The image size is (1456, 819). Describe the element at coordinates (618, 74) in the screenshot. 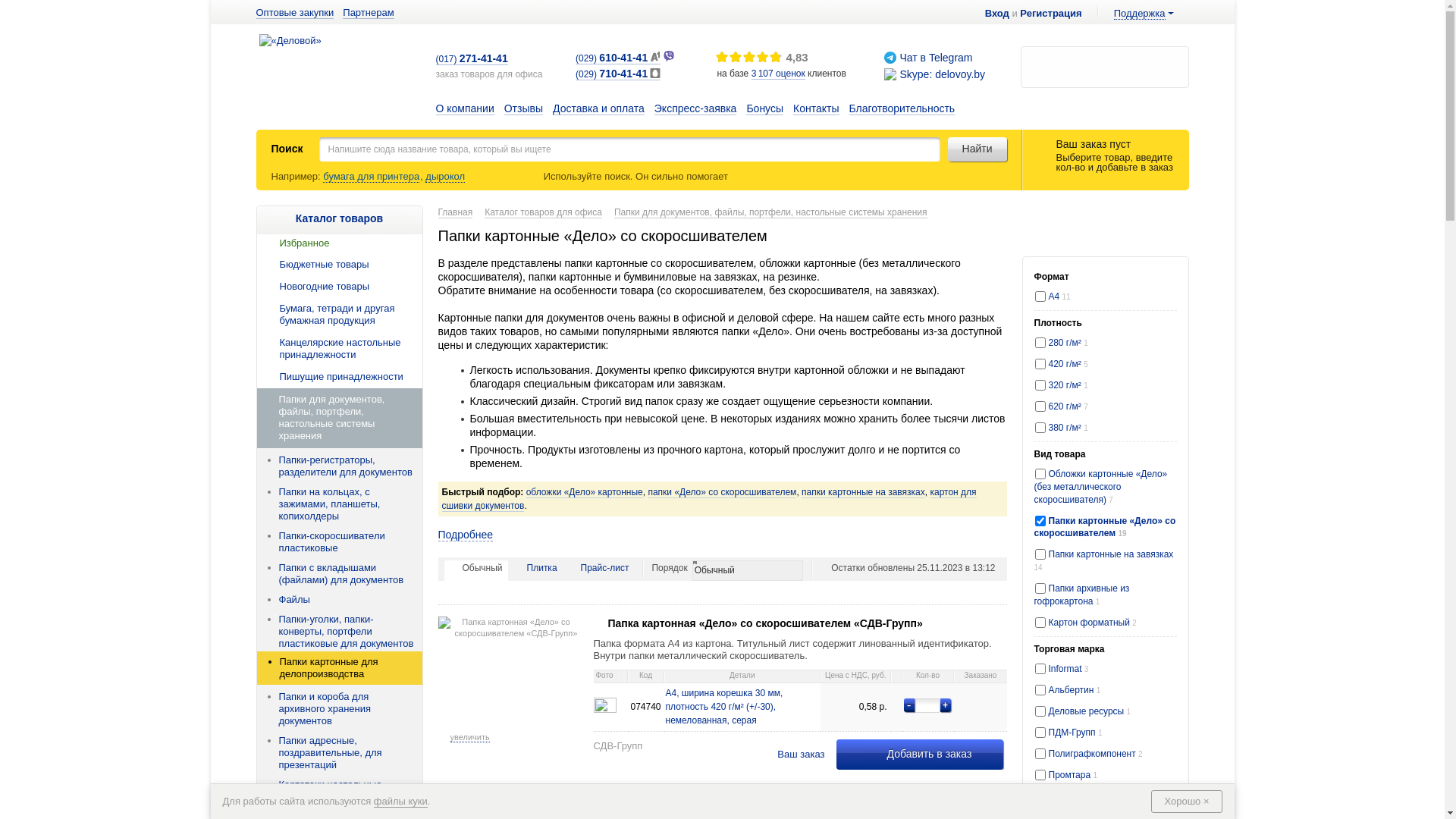

I see `'(029) 710-41-41'` at that location.